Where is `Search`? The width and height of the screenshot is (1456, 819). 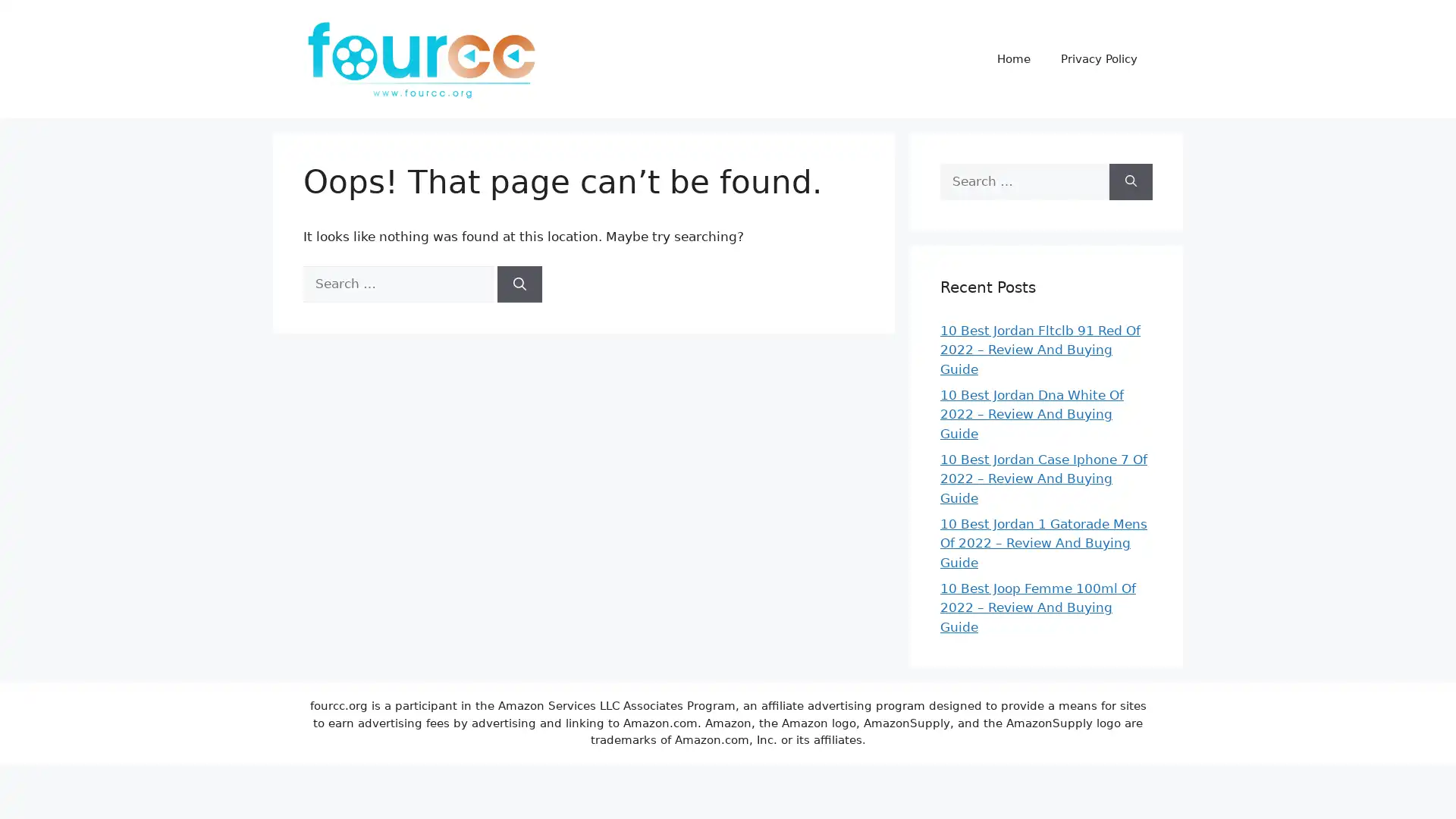 Search is located at coordinates (519, 284).